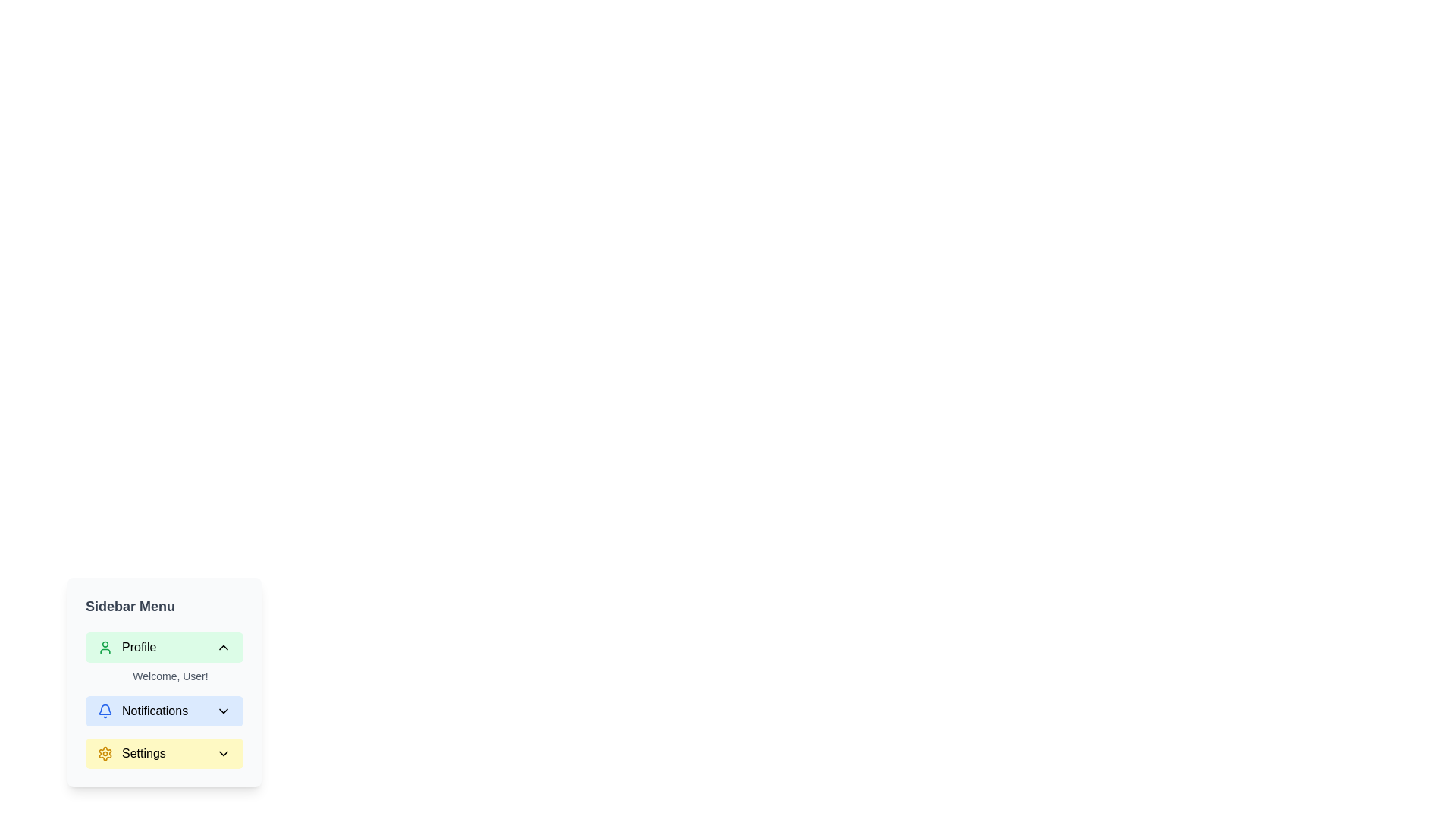  What do you see at coordinates (130, 605) in the screenshot?
I see `the 'Sidebar Menu' label, which is the first item in the vertical menu section styled with a bold gray font` at bounding box center [130, 605].